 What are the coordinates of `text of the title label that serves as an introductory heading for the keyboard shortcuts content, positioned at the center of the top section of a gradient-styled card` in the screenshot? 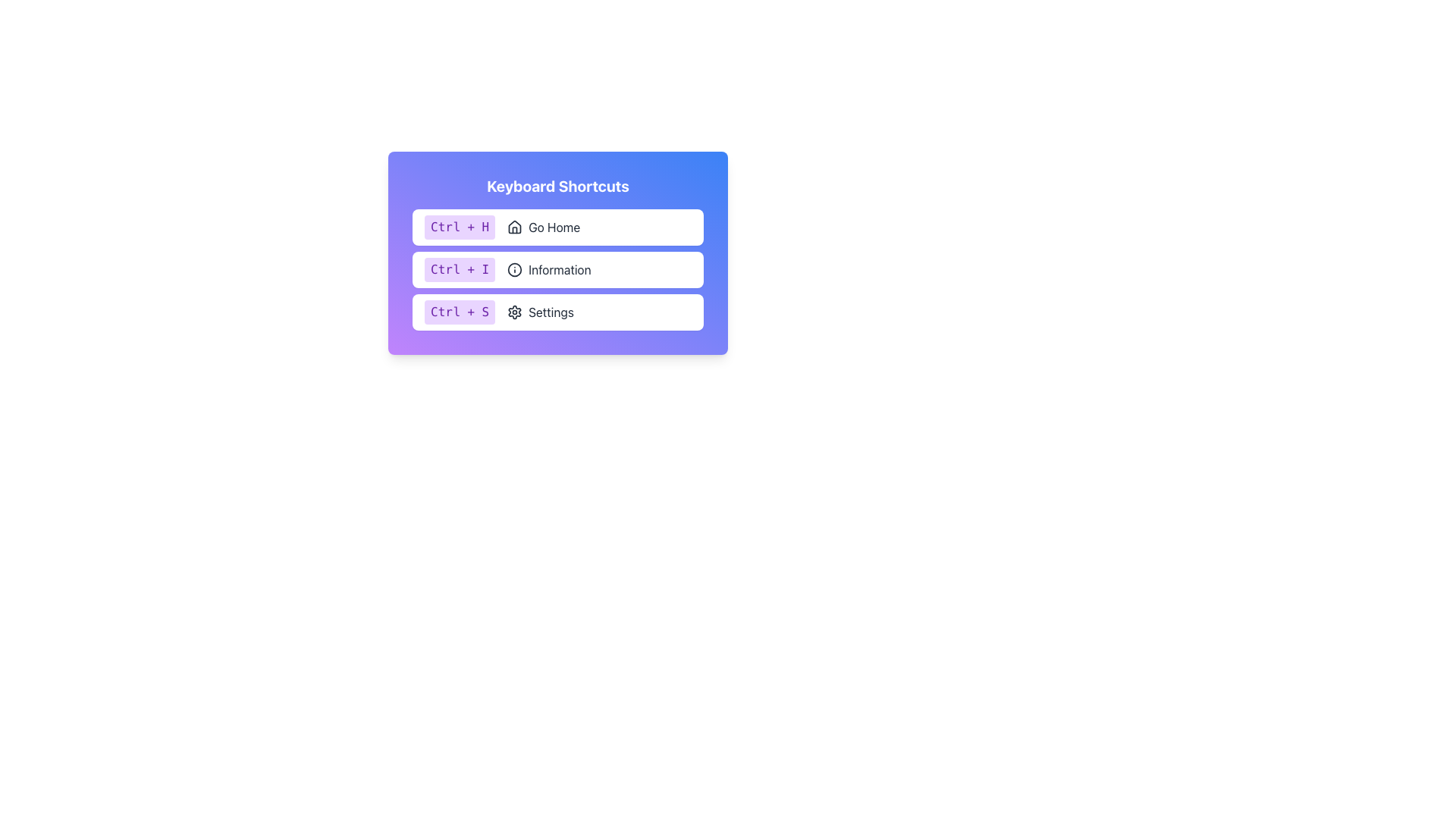 It's located at (557, 186).